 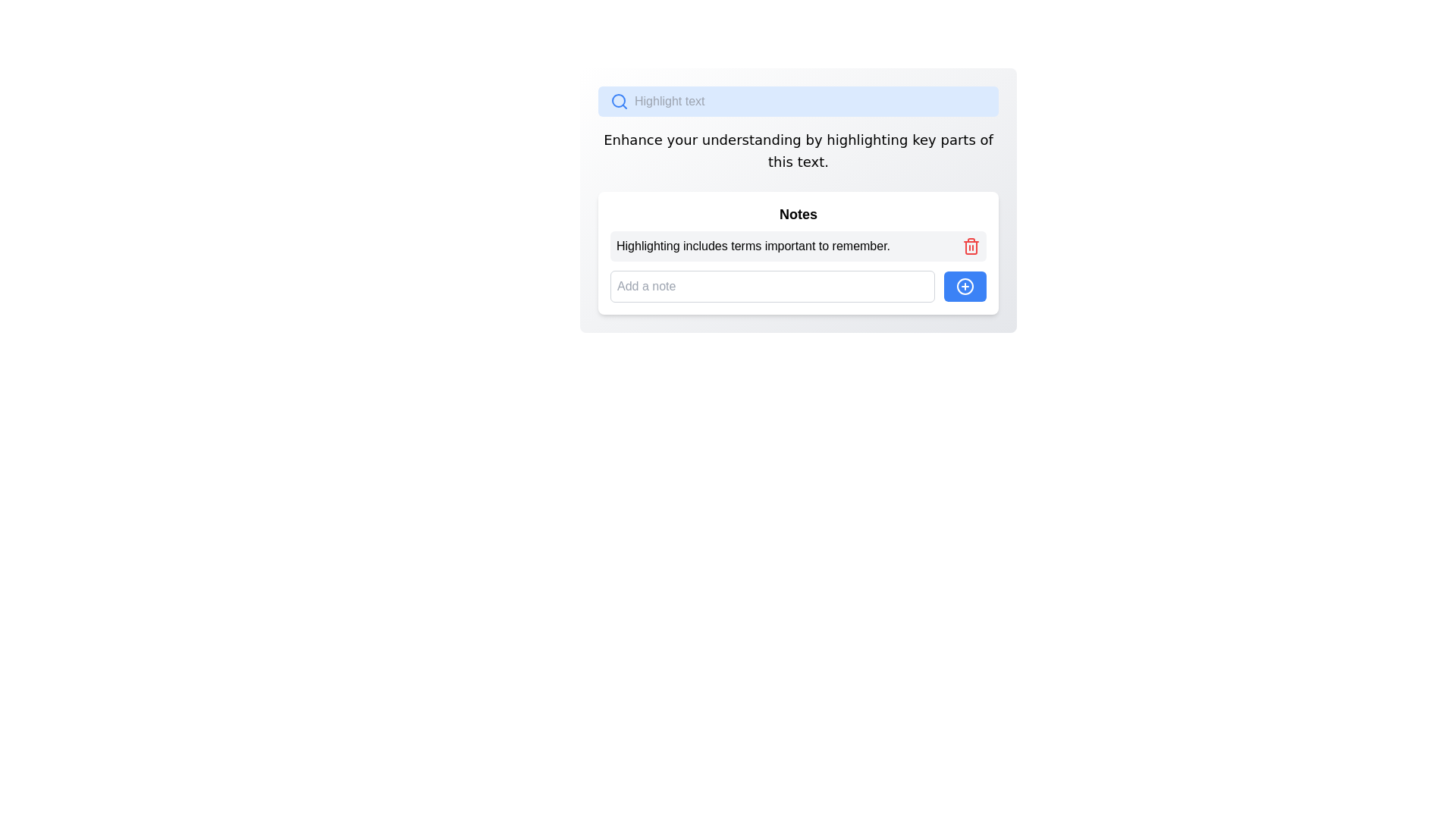 I want to click on the non-interactive text element that conveys information, specifically targeting the 6th character in the word 'text' in the phrase 'Enhance your understanding by highlighting key parts of this text.', so click(x=806, y=162).